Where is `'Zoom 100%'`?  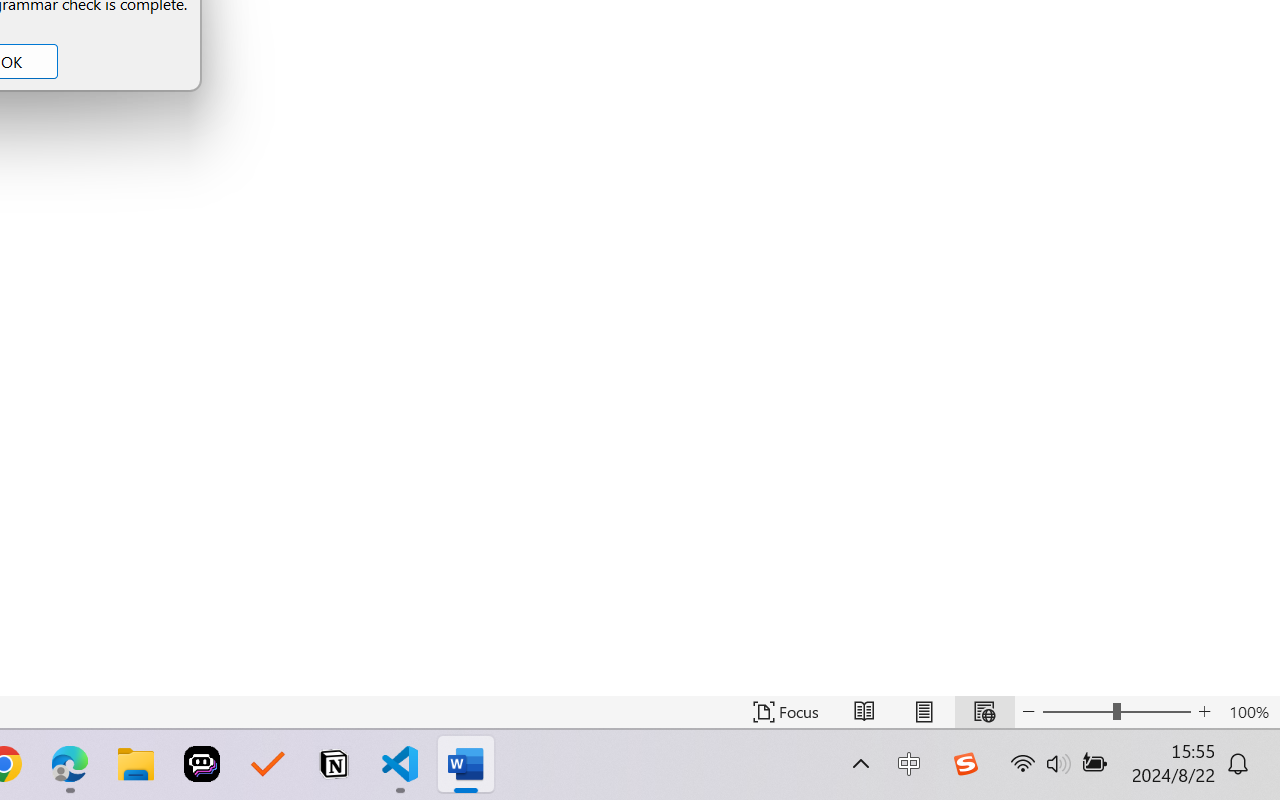 'Zoom 100%' is located at coordinates (1248, 711).